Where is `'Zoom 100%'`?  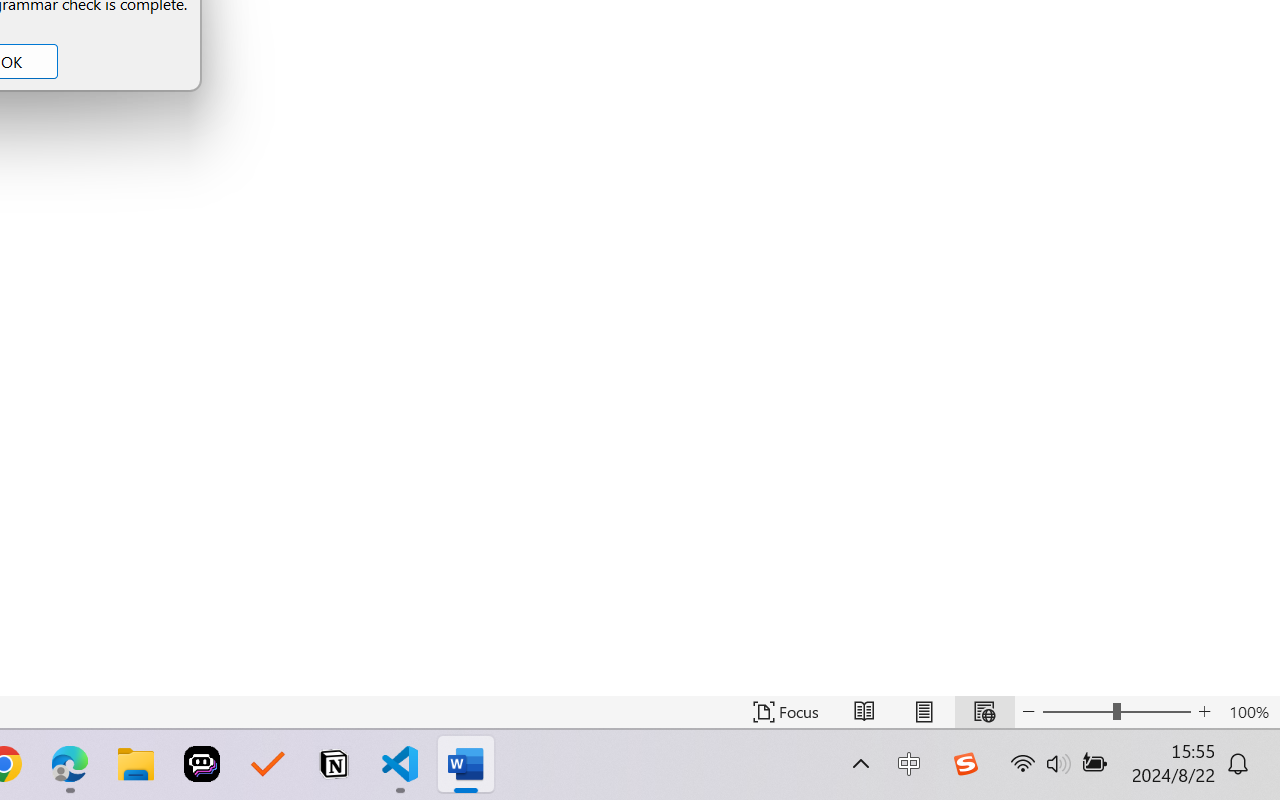 'Zoom 100%' is located at coordinates (1248, 711).